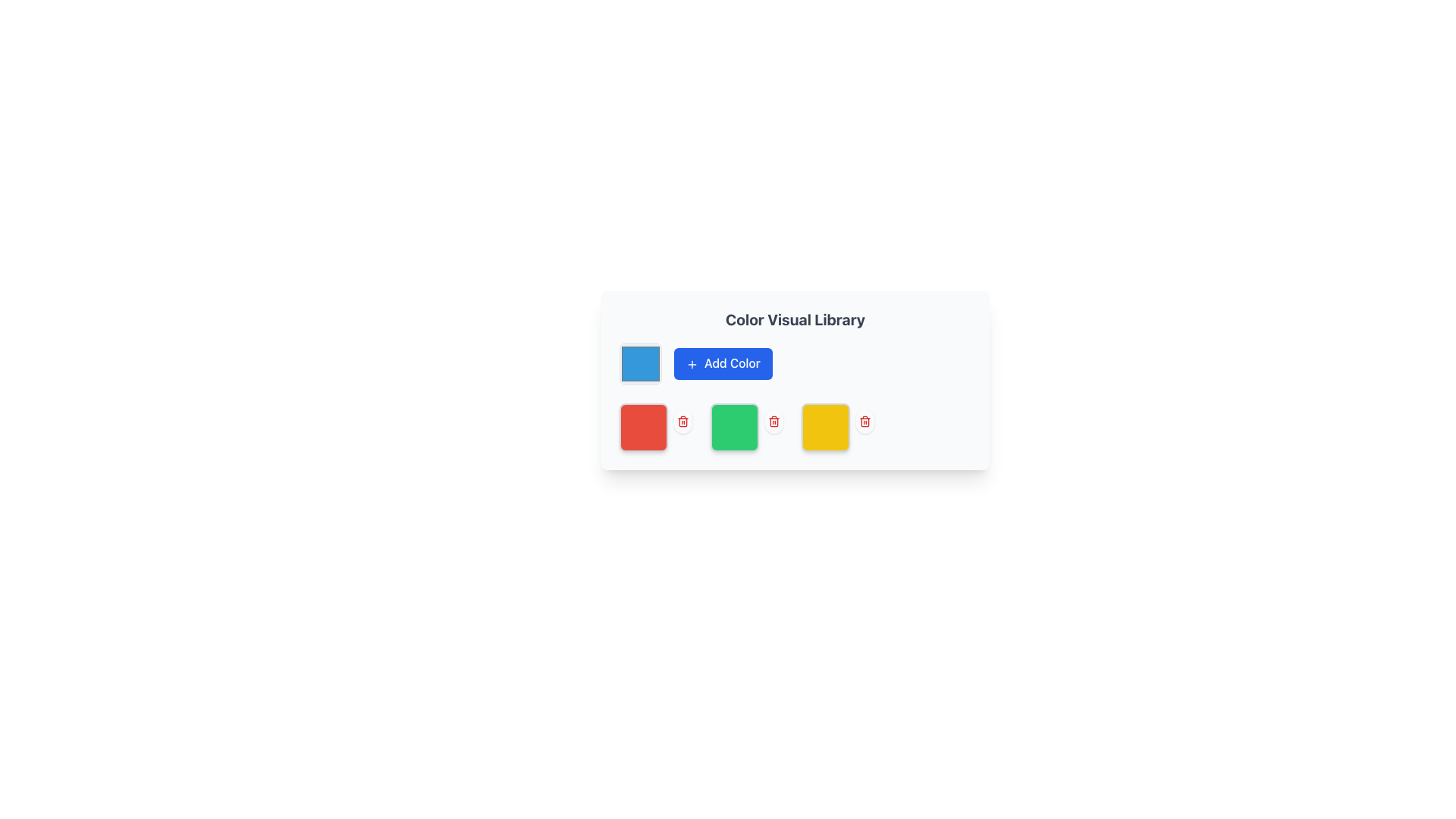 Image resolution: width=1456 pixels, height=819 pixels. What do you see at coordinates (682, 422) in the screenshot?
I see `the Trash Bin Body icon, which is a rounded corner rectangle in red color, centrally aligned within the trash bin SVG icon` at bounding box center [682, 422].